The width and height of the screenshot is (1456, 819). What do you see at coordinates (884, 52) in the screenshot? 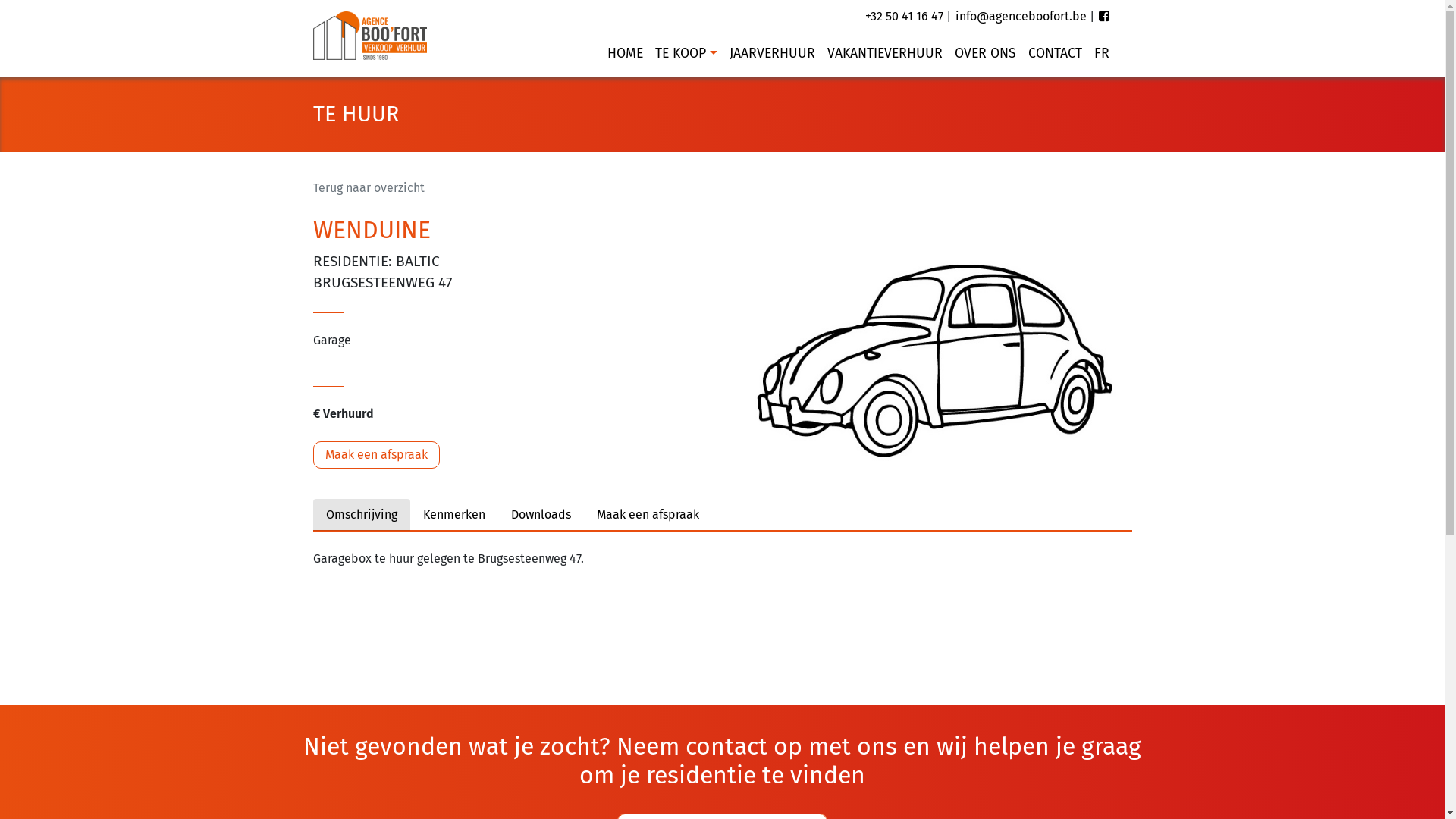
I see `'VAKANTIEVERHUUR'` at bounding box center [884, 52].